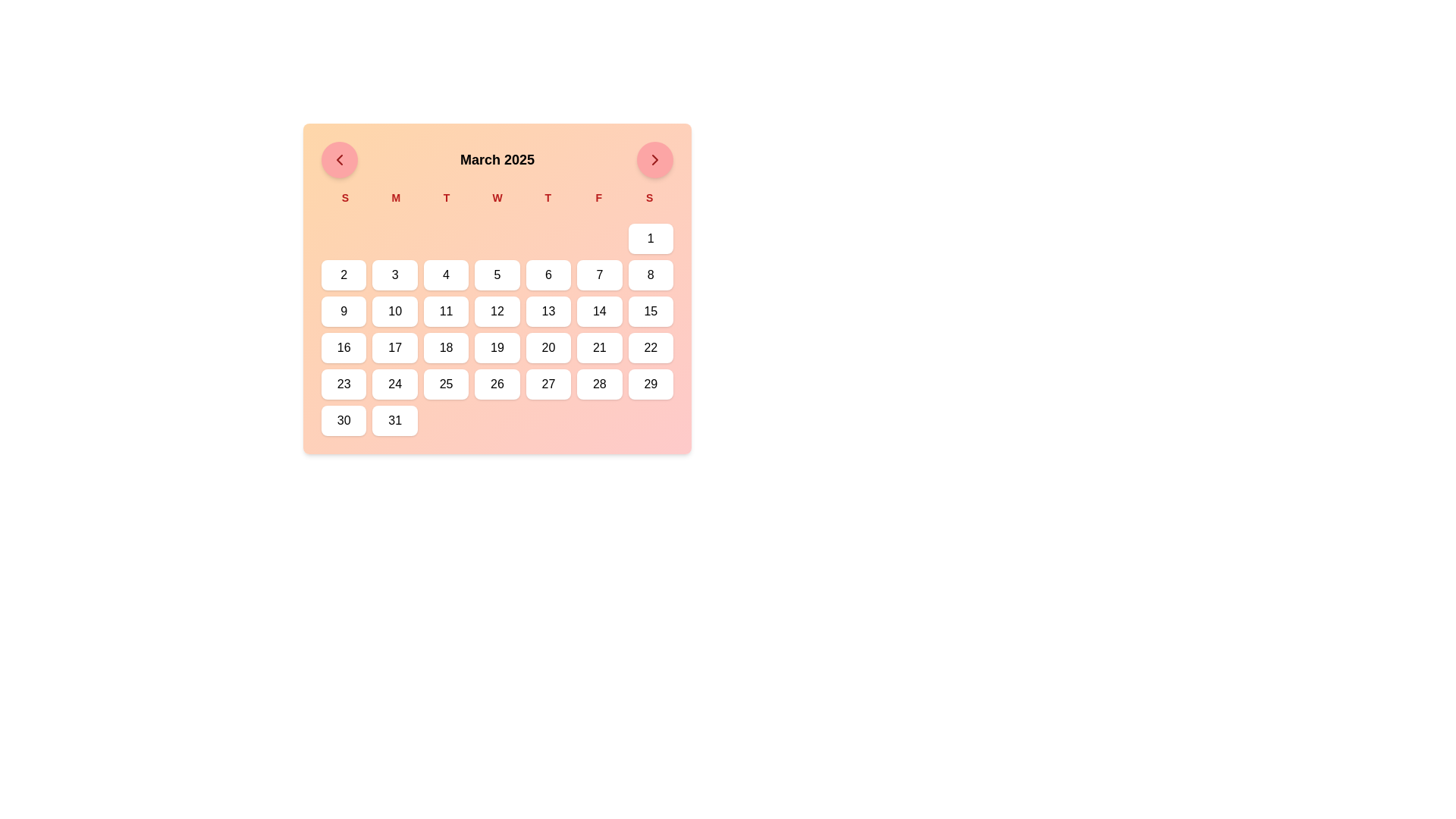 This screenshot has height=819, width=1456. Describe the element at coordinates (446, 197) in the screenshot. I see `the Text Label displaying the letter 'T' in a bold red font, which is centrally aligned in the grid under the Tuesday column` at that location.